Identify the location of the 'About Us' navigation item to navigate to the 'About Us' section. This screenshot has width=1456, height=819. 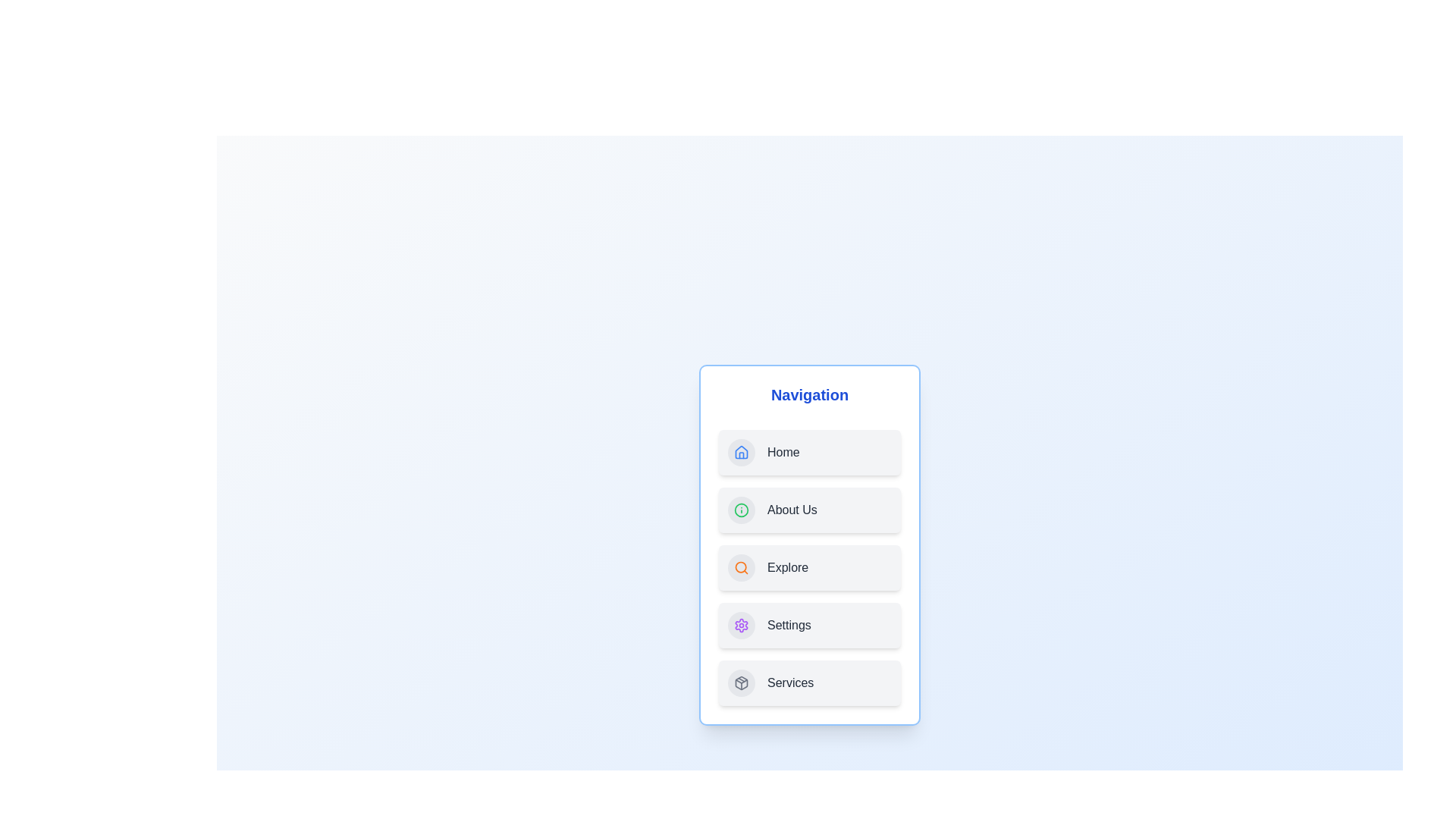
(809, 510).